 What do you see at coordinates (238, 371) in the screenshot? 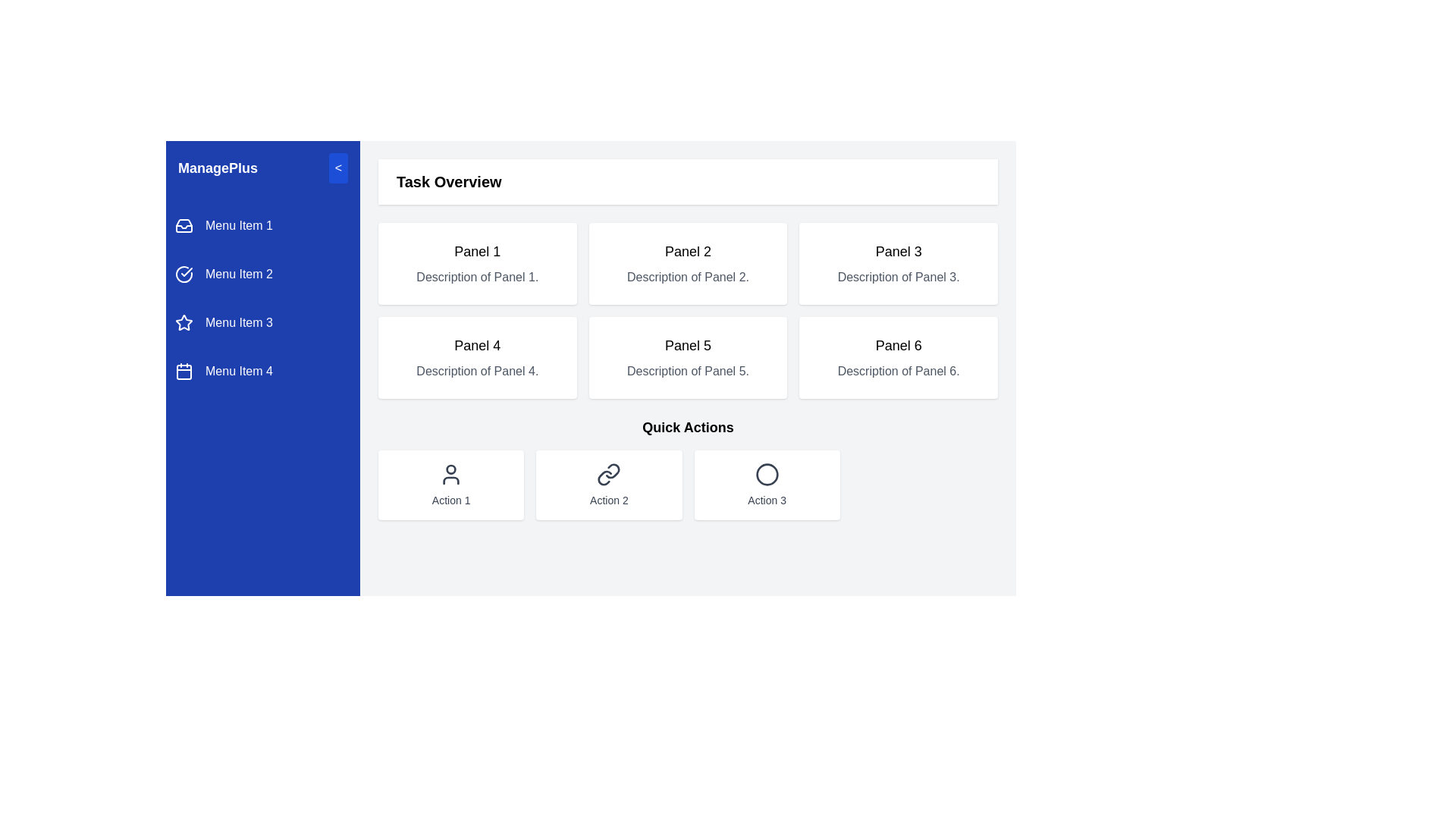
I see `the 'Menu Item 4' navigational button in the vertical list of menu items on the left-hand sidebar` at bounding box center [238, 371].